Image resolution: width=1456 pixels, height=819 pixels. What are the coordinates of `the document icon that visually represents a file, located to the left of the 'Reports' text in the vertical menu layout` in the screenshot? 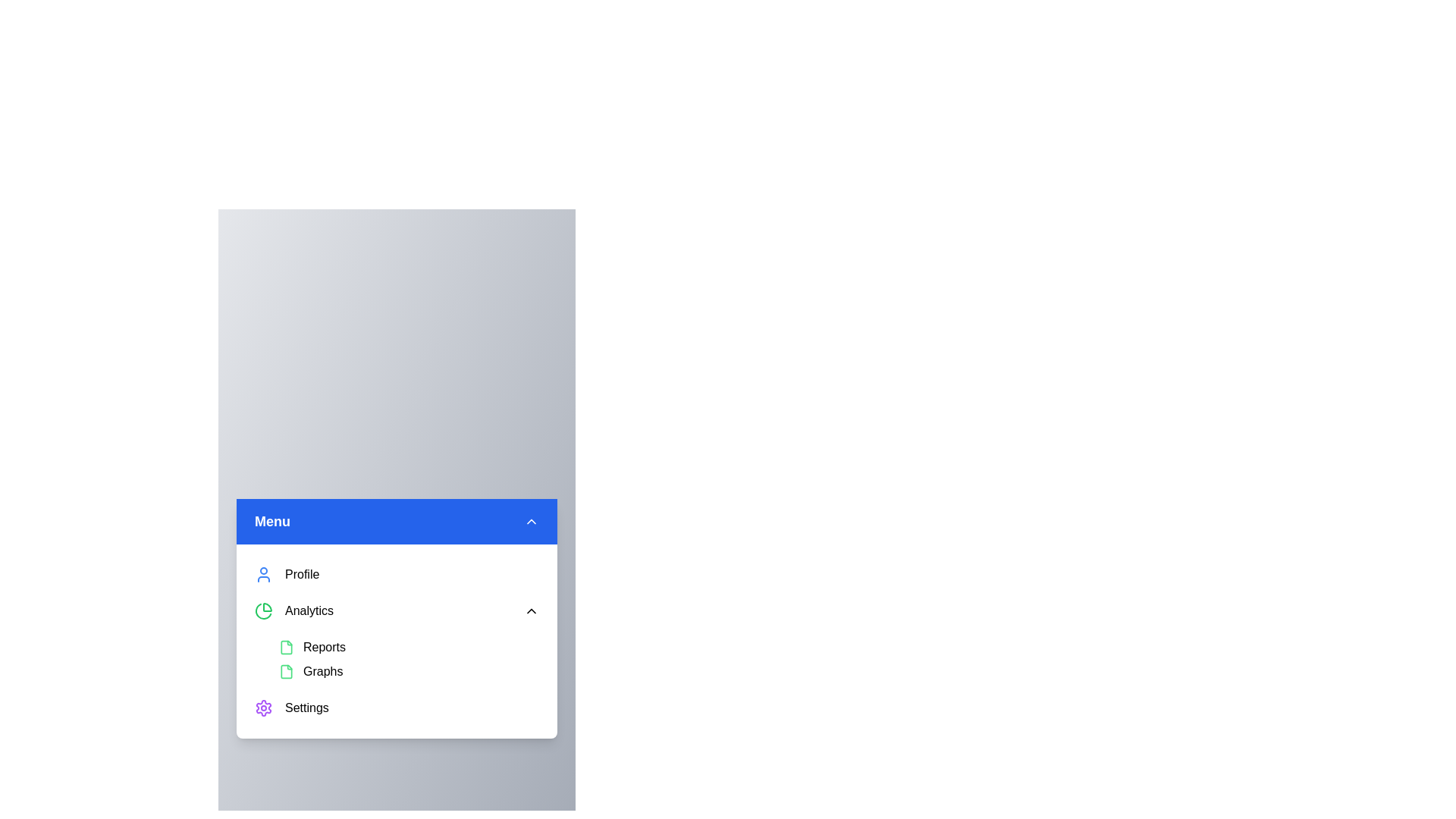 It's located at (287, 647).